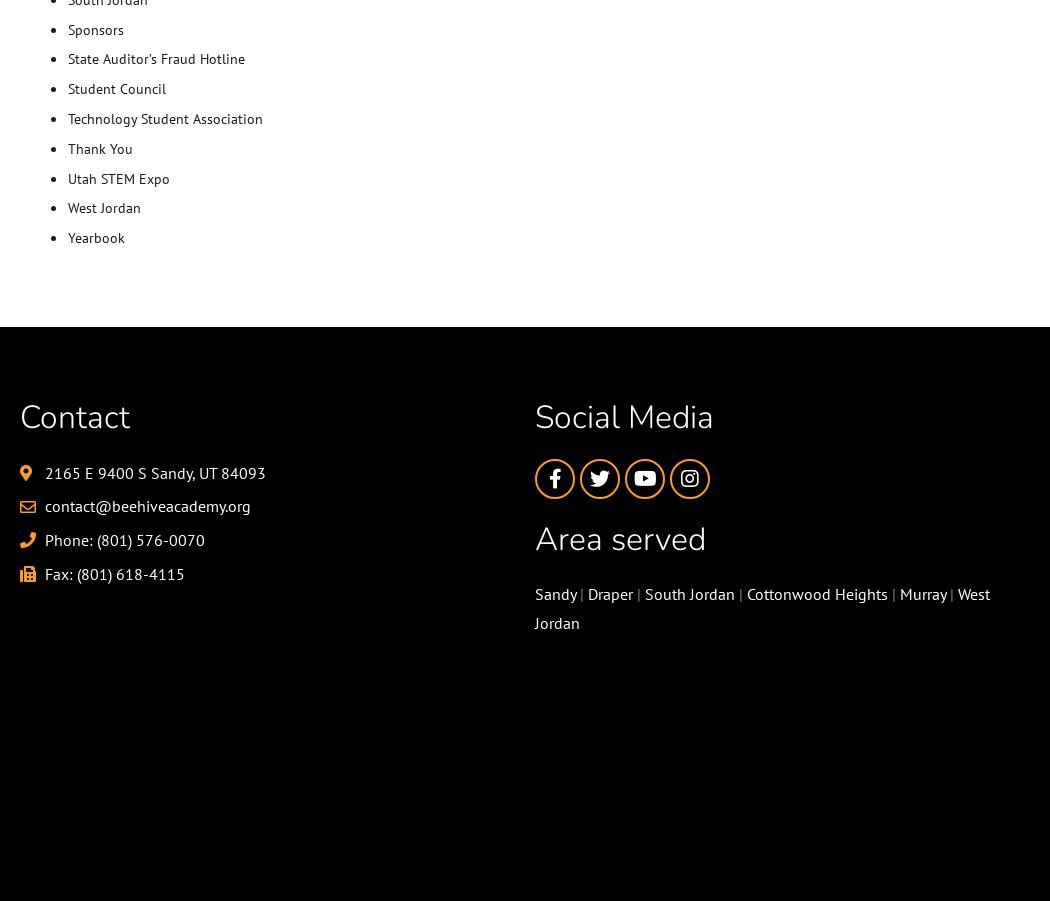 Image resolution: width=1050 pixels, height=901 pixels. I want to click on 'Student Council', so click(115, 88).